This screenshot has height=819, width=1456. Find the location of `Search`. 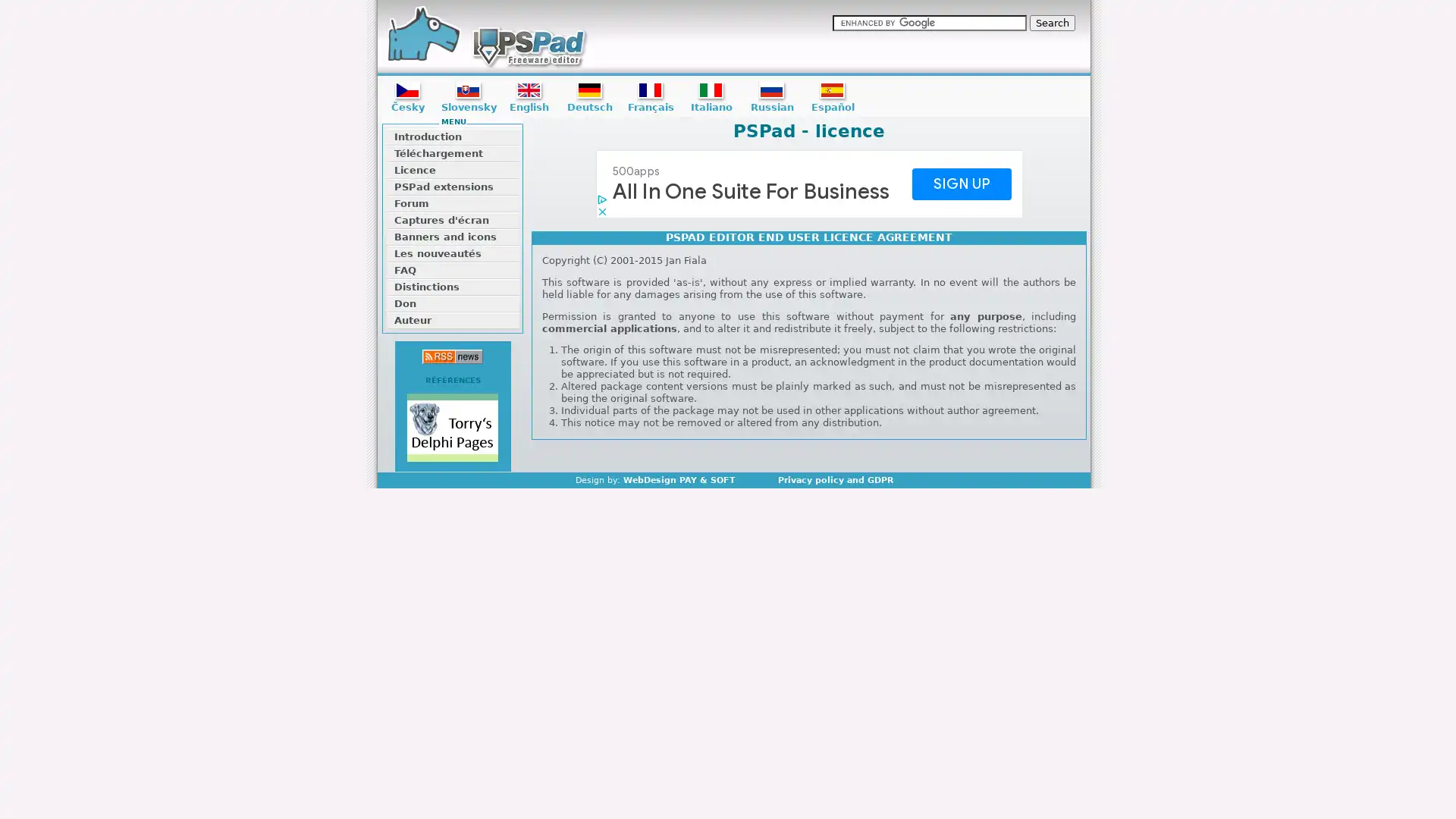

Search is located at coordinates (1051, 23).